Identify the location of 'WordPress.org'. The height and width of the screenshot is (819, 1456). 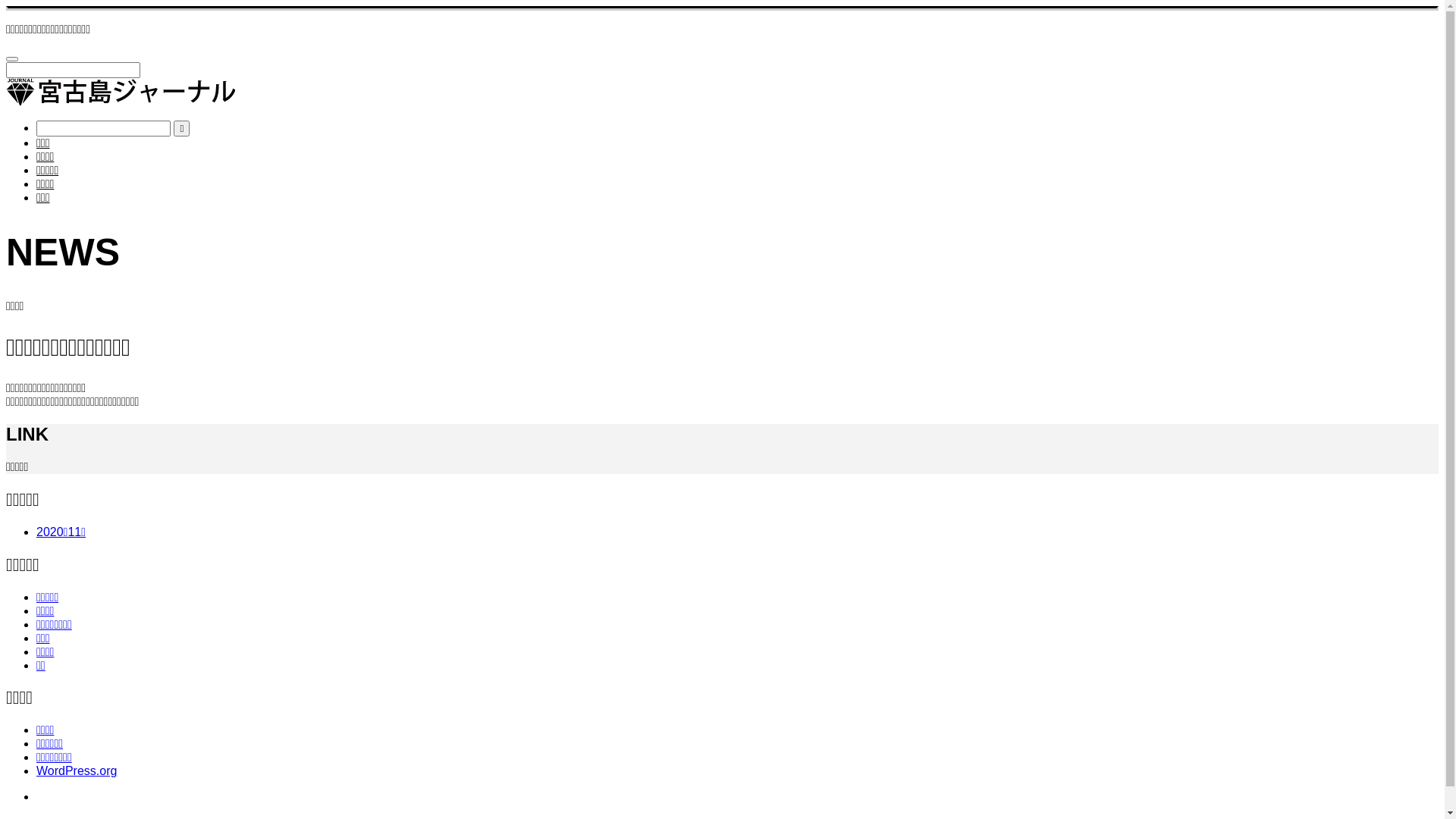
(75, 770).